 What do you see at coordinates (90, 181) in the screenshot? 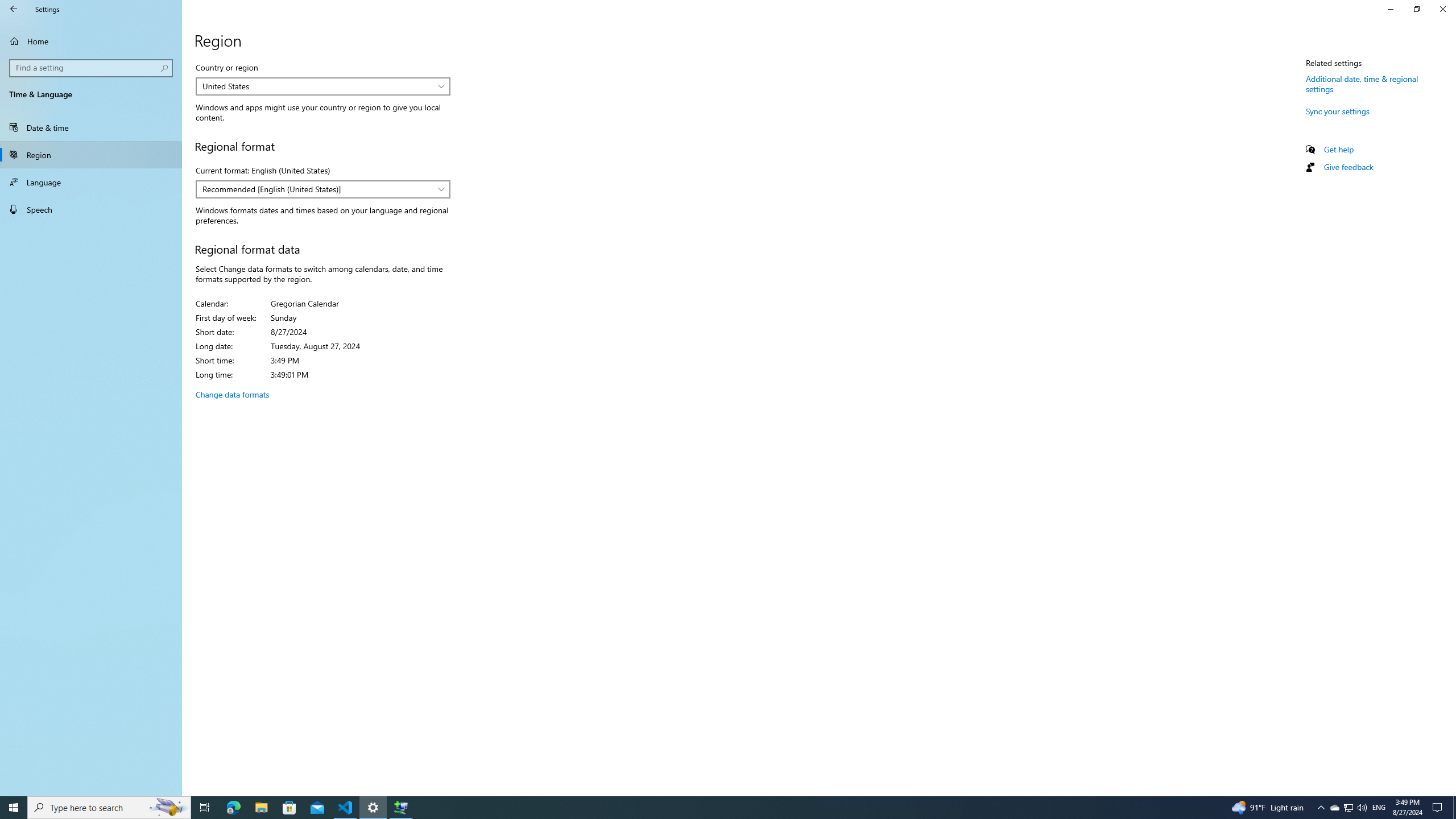
I see `'Language'` at bounding box center [90, 181].